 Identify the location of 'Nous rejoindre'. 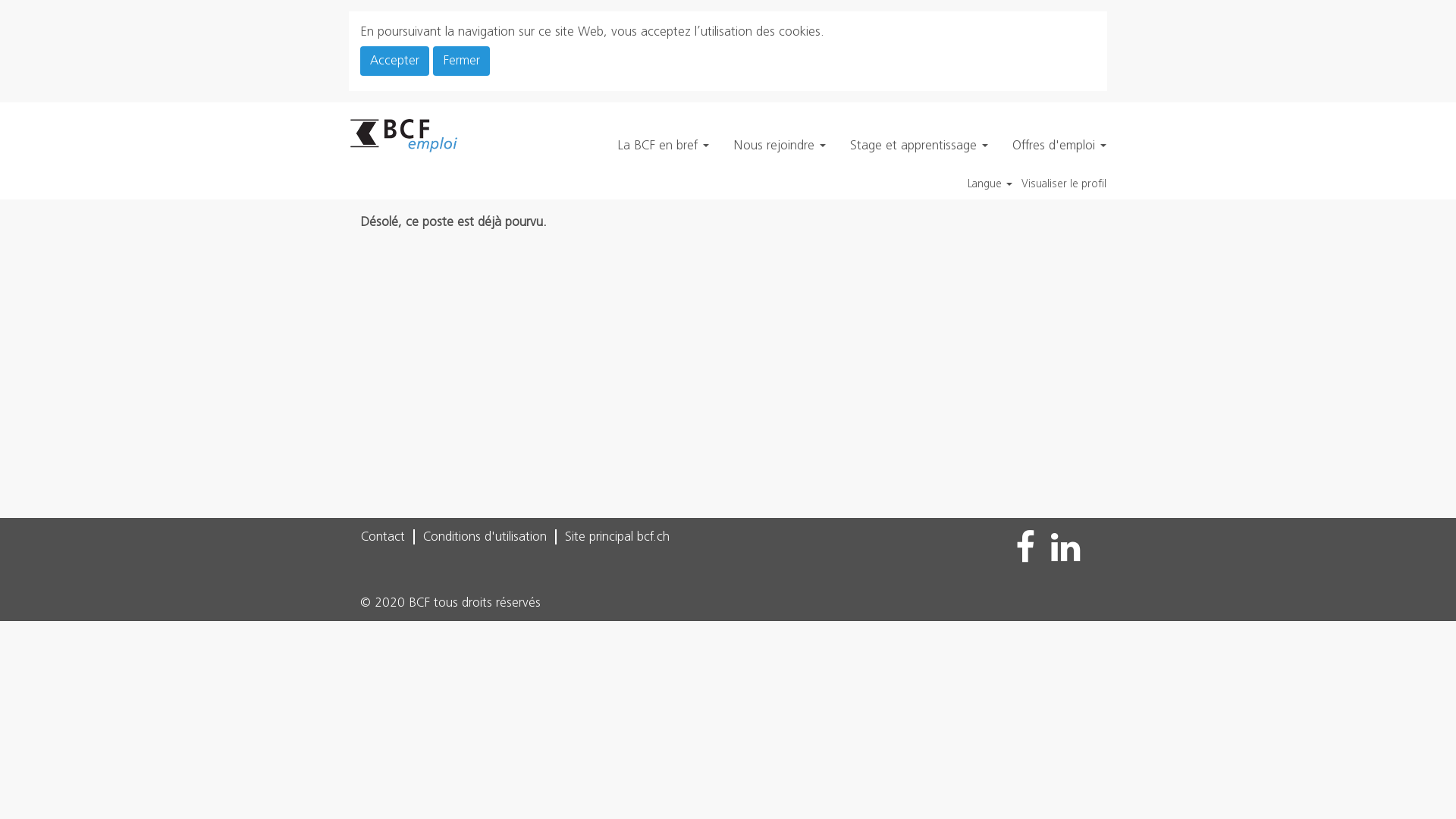
(779, 146).